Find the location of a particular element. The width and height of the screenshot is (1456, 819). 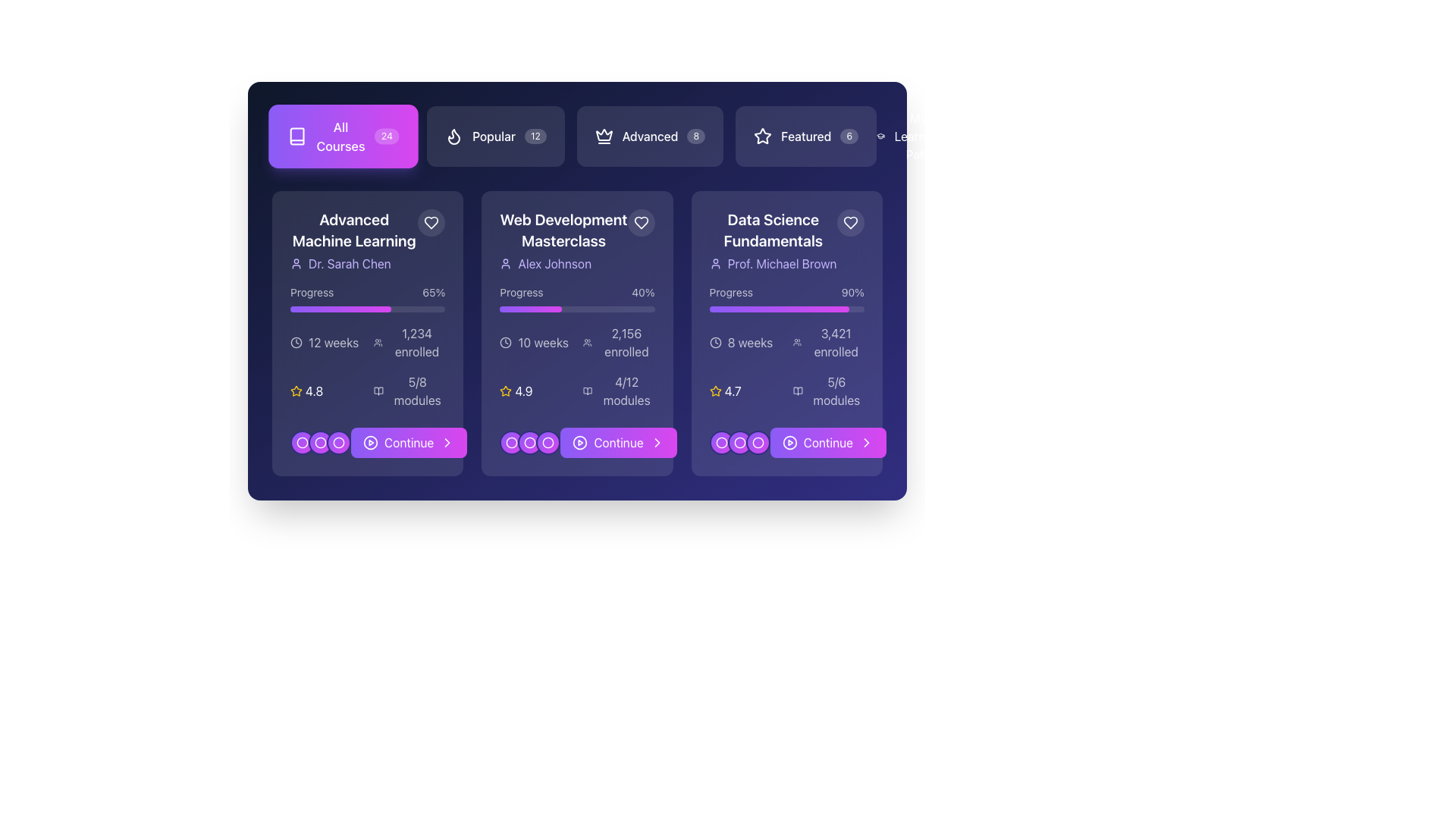

the progress percentage text label located to the right of the word 'Progress' and above the progress bar in the 'Data Science Fundamentals' card is located at coordinates (852, 292).